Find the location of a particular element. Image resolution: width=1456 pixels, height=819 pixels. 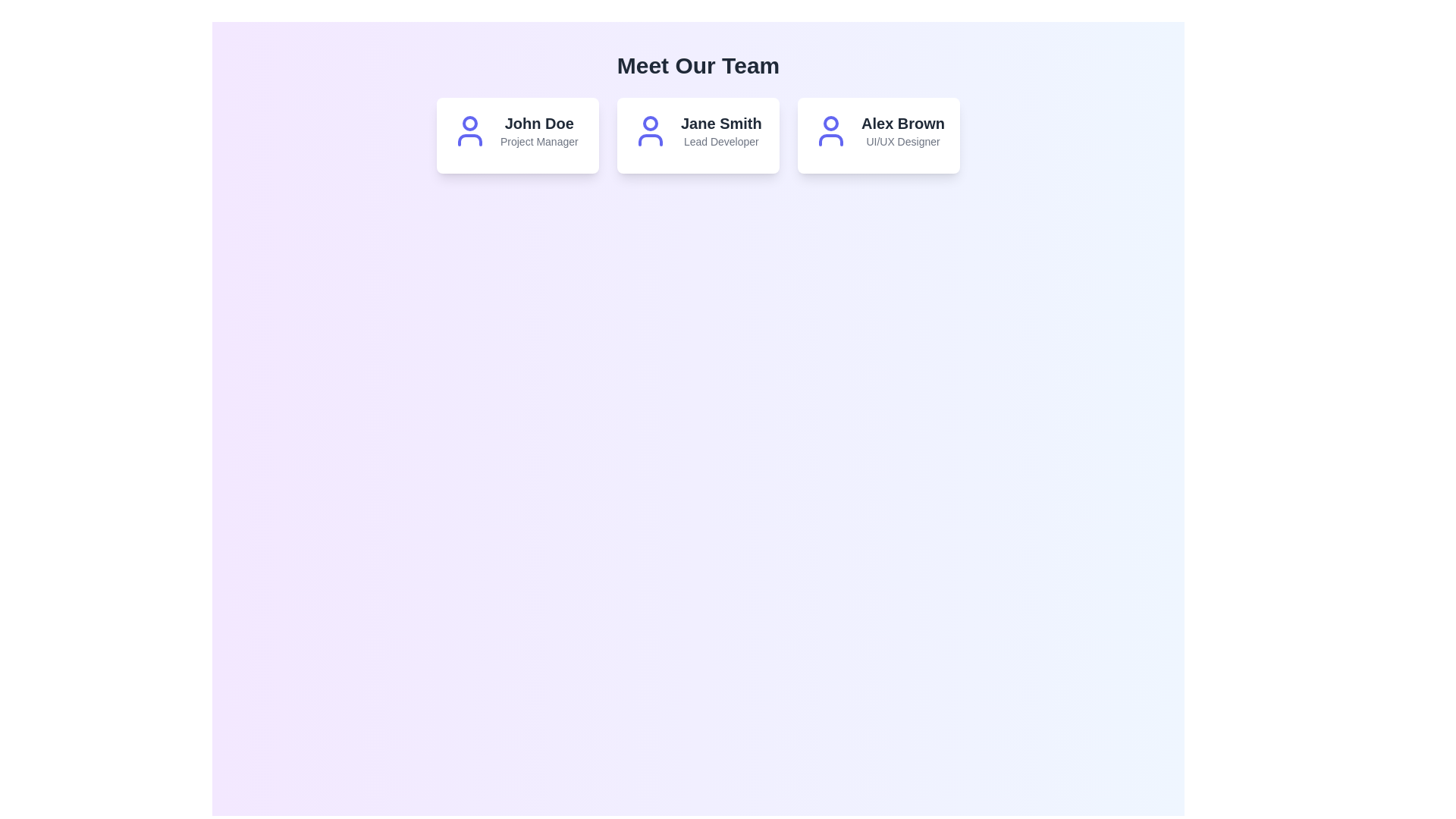

text from the Text Label displaying 'Alex Brown' and 'UI/UX Designer' which is the third item in the list under 'Meet Our Team' is located at coordinates (902, 130).